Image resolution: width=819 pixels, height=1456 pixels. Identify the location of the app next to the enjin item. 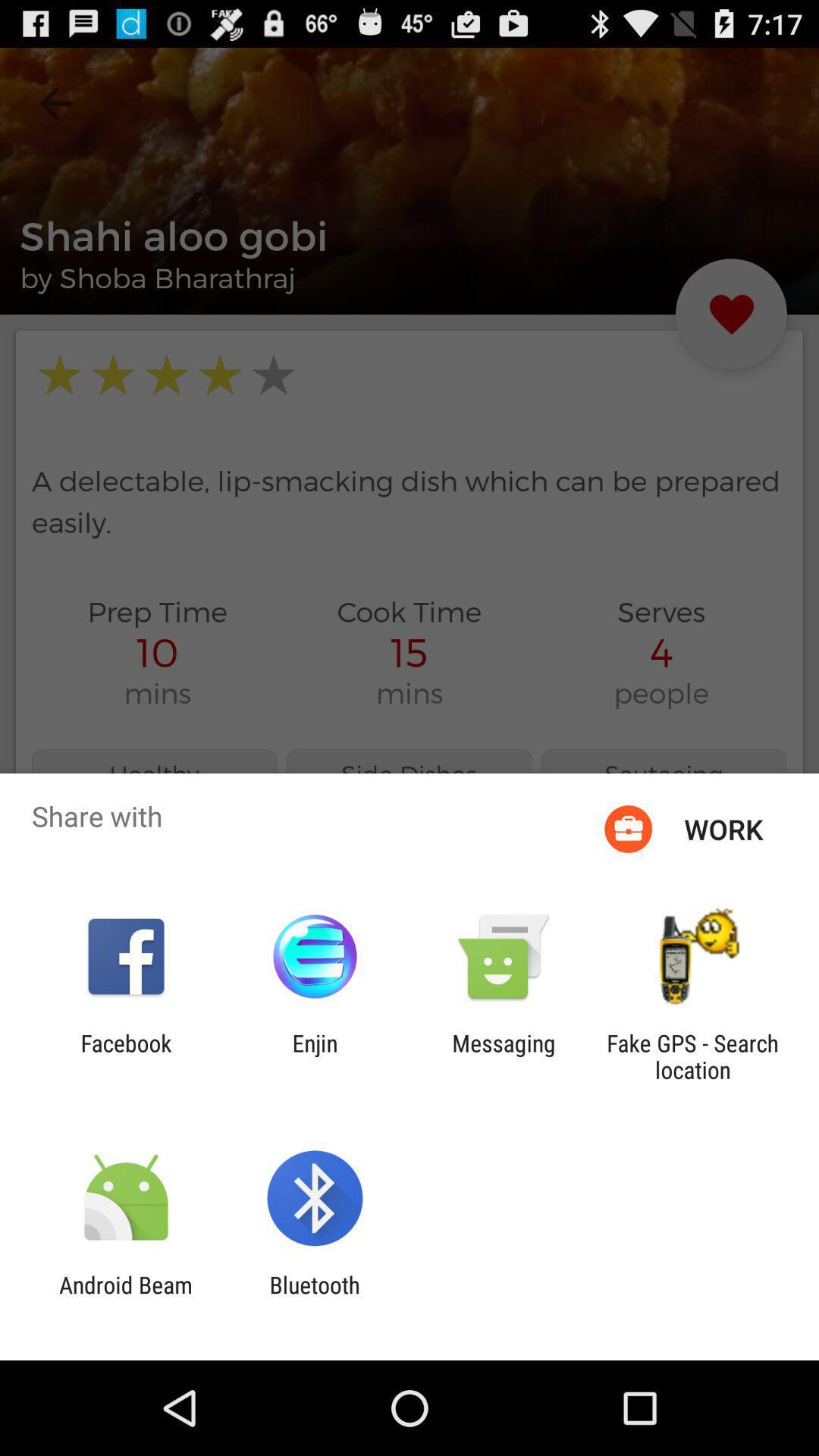
(504, 1056).